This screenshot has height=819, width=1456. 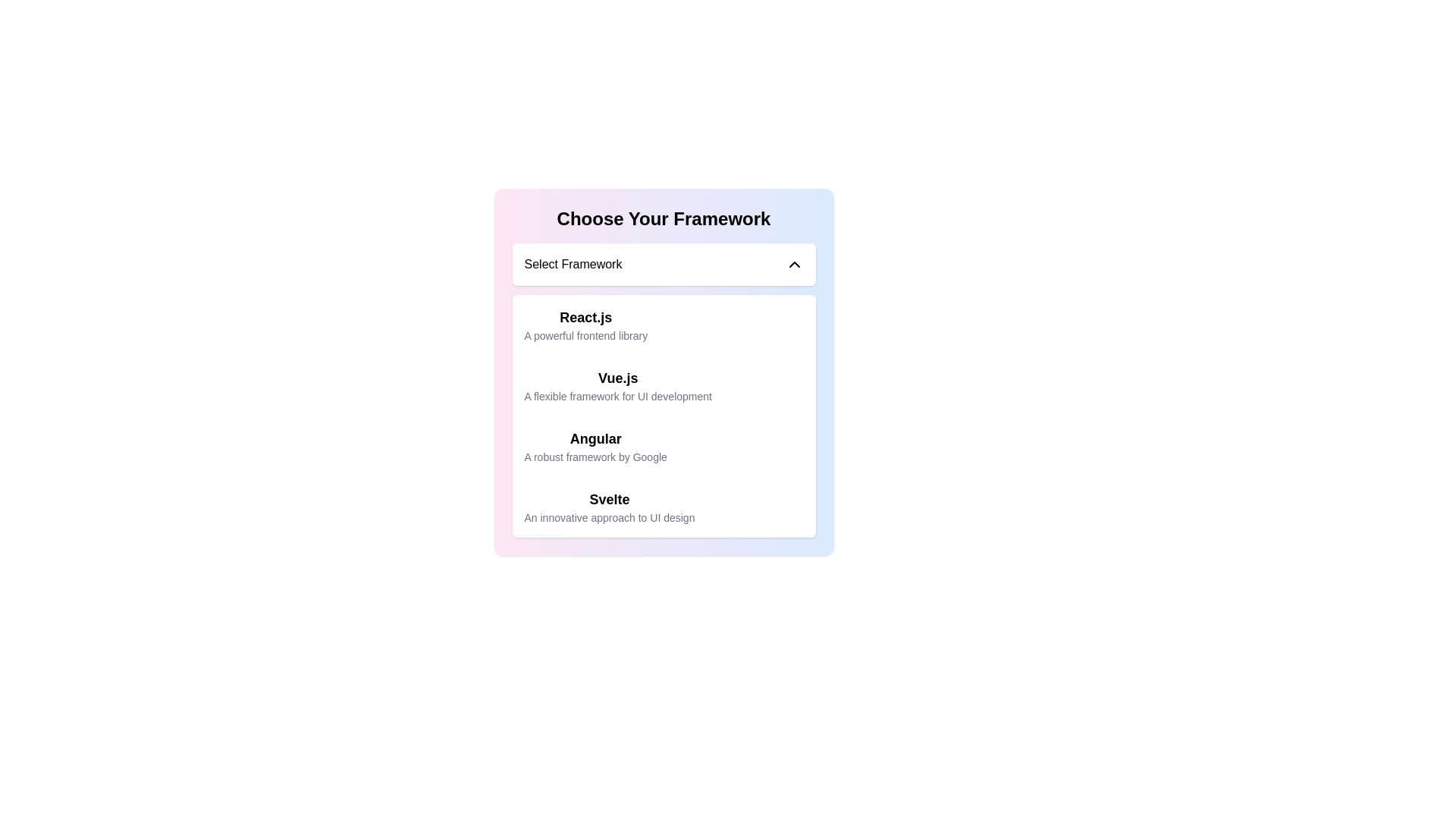 I want to click on the list item displaying 'Svelte' with a bold font and a description 'An innovative approach to UI design', so click(x=664, y=507).